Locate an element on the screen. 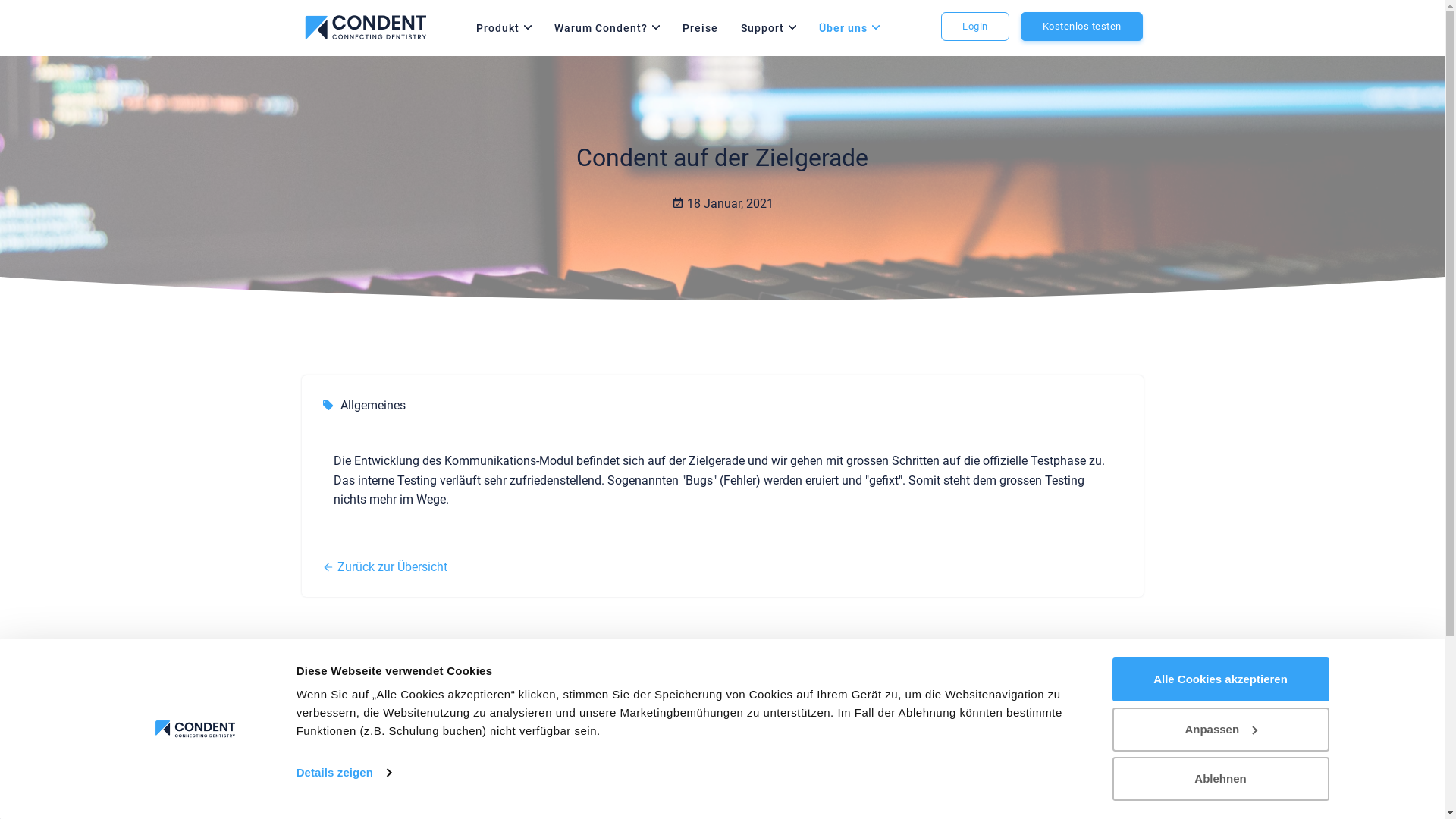 This screenshot has width=1456, height=819. 'Login' is located at coordinates (940, 26).